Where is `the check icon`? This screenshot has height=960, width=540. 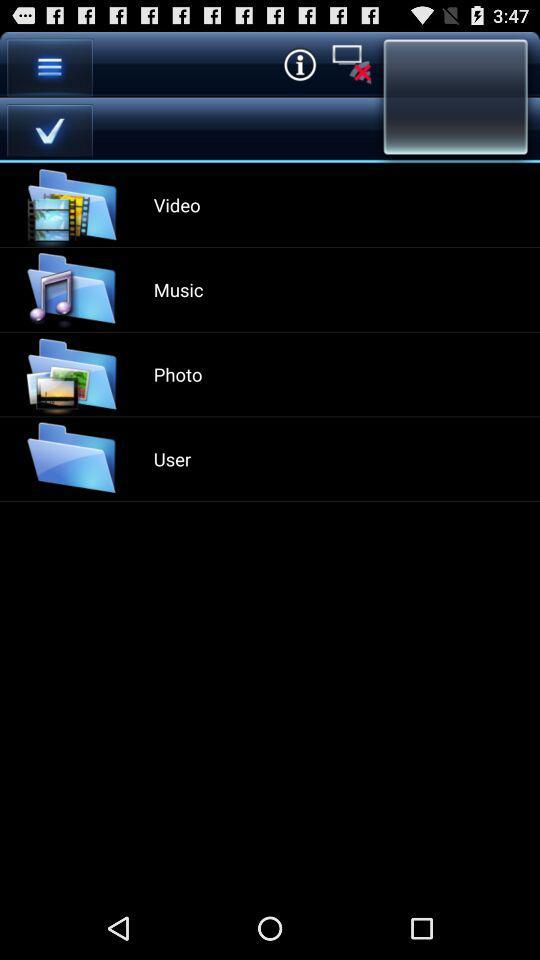
the check icon is located at coordinates (50, 138).